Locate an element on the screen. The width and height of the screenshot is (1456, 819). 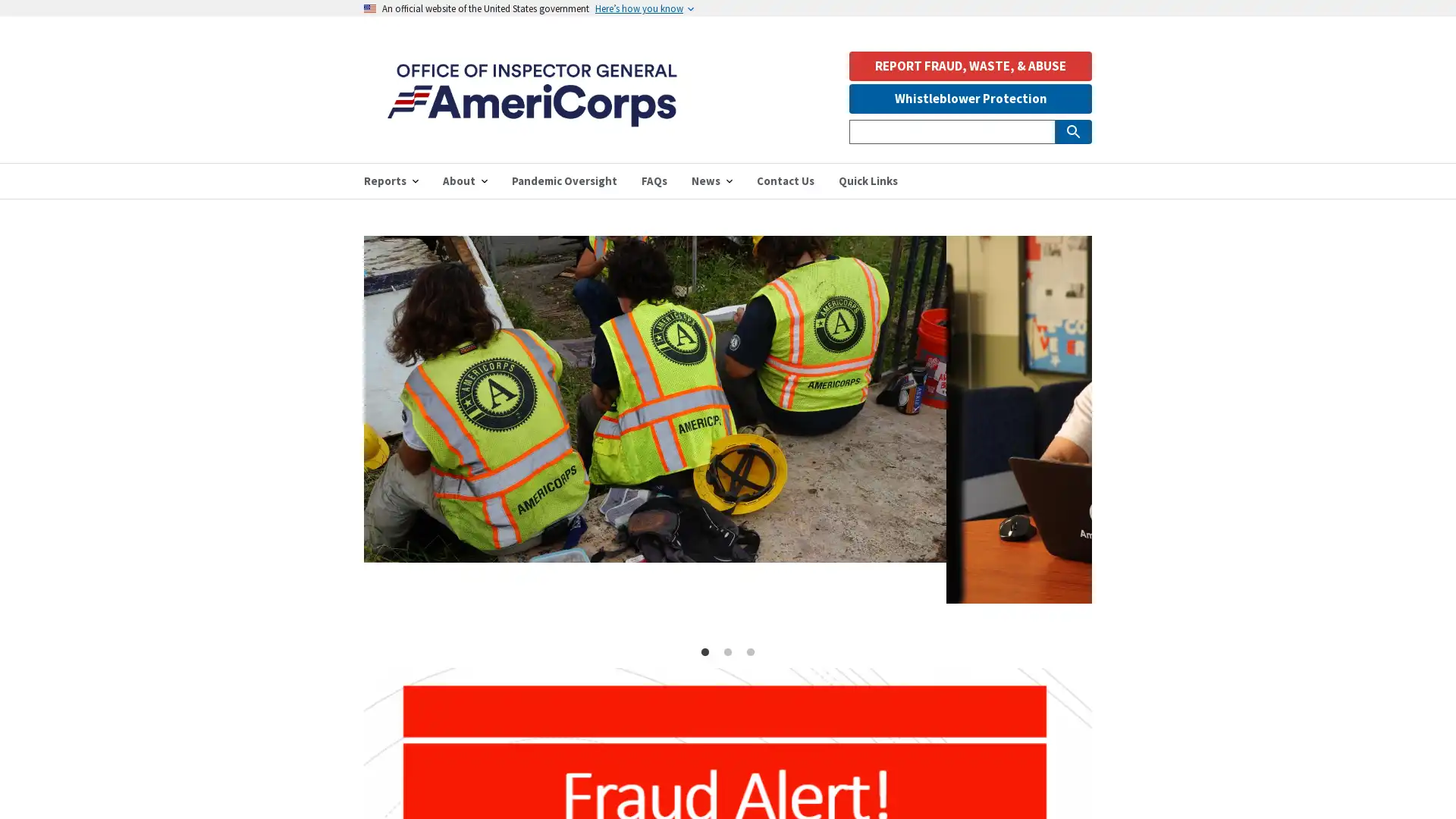
About is located at coordinates (464, 180).